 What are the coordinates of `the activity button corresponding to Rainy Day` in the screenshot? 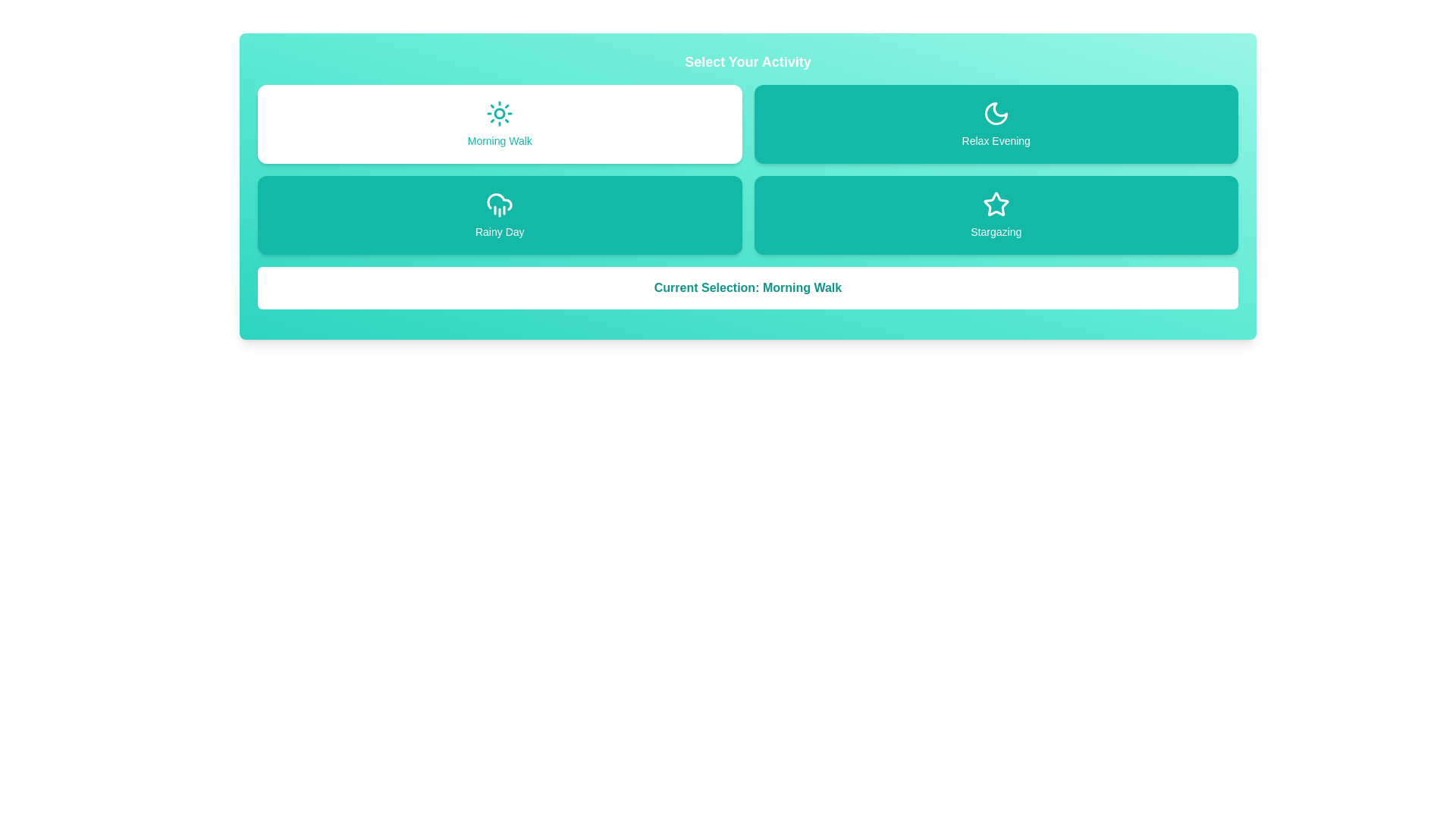 It's located at (500, 215).